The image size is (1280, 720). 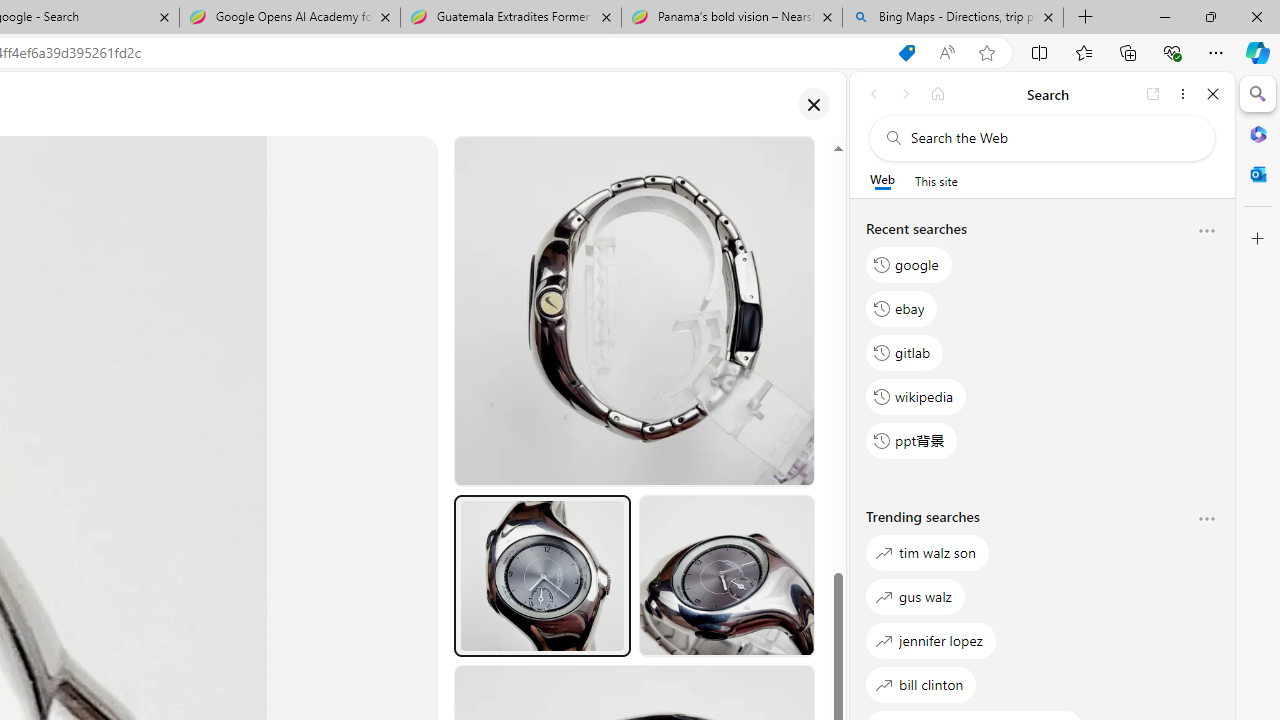 I want to click on 'This site scope', so click(x=935, y=180).